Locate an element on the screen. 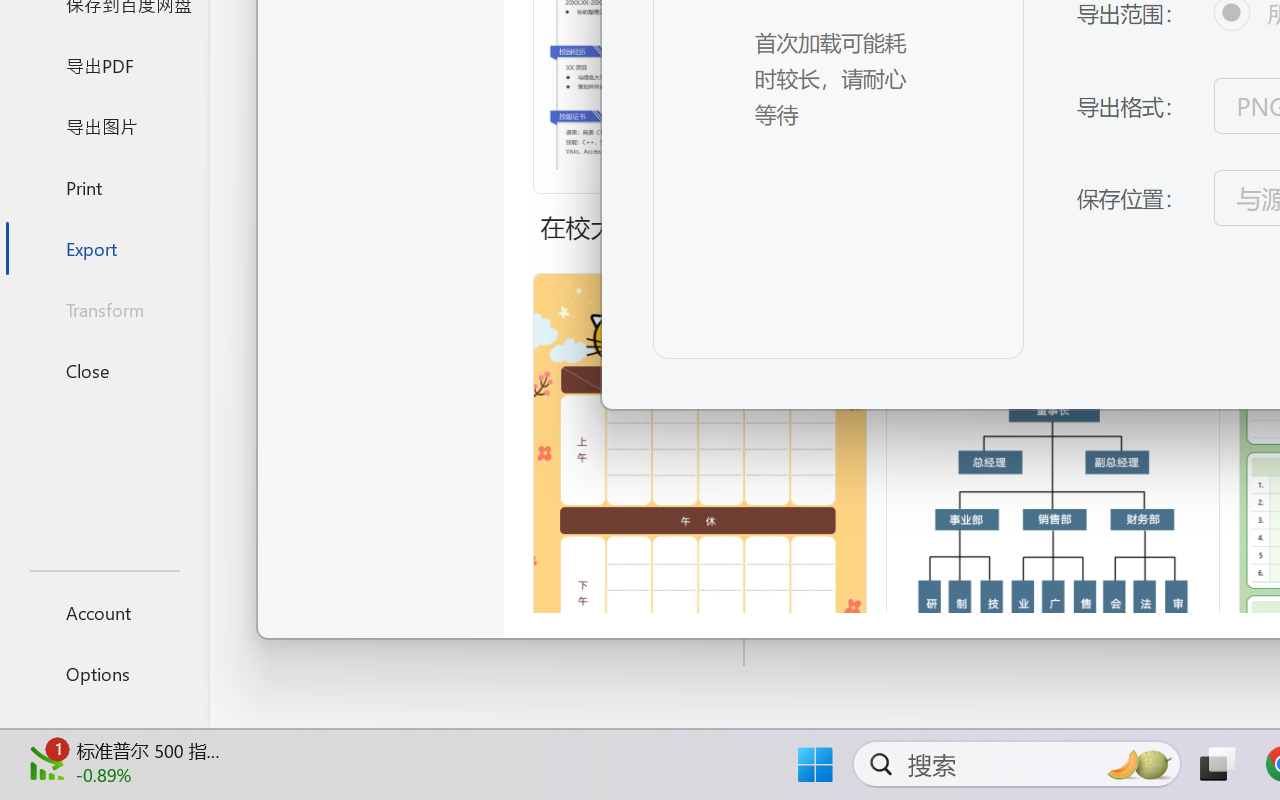 Image resolution: width=1280 pixels, height=800 pixels. 'Account' is located at coordinates (103, 612).